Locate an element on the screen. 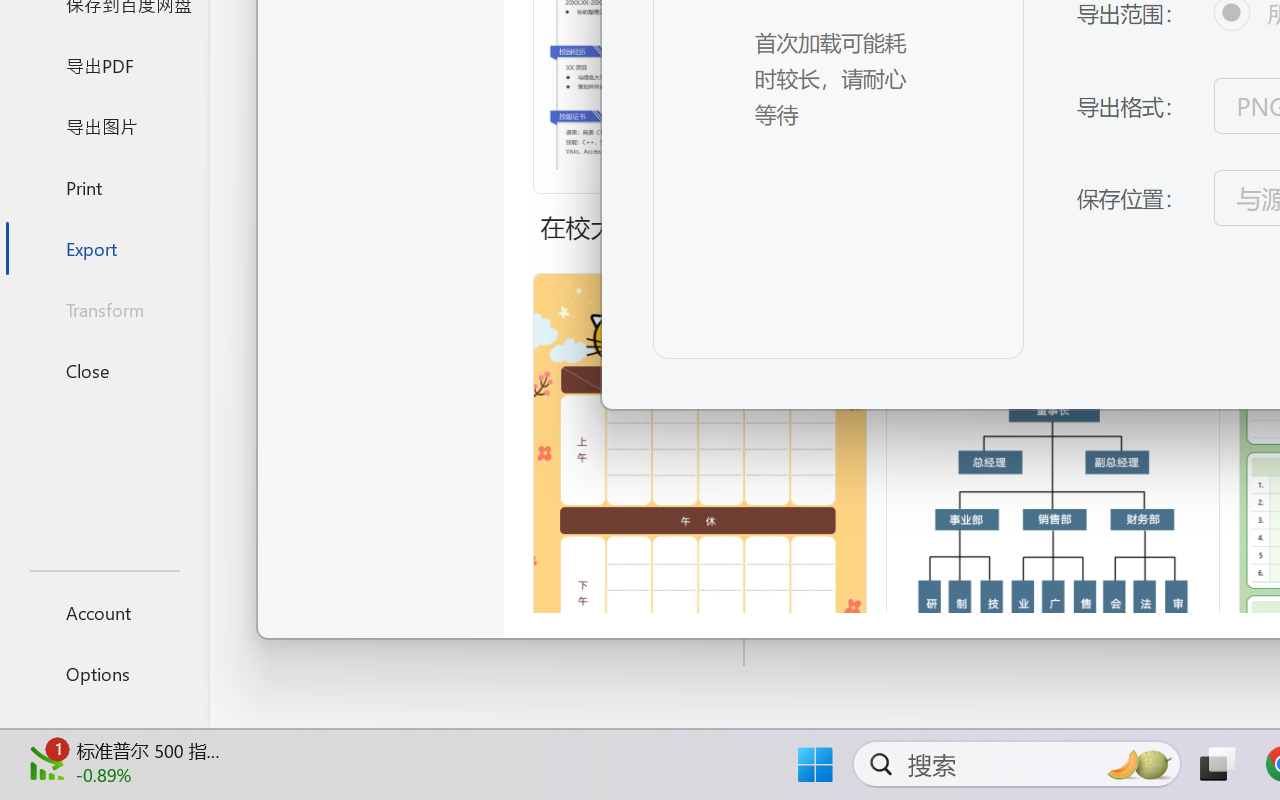 Image resolution: width=1280 pixels, height=800 pixels. 'Account' is located at coordinates (103, 612).